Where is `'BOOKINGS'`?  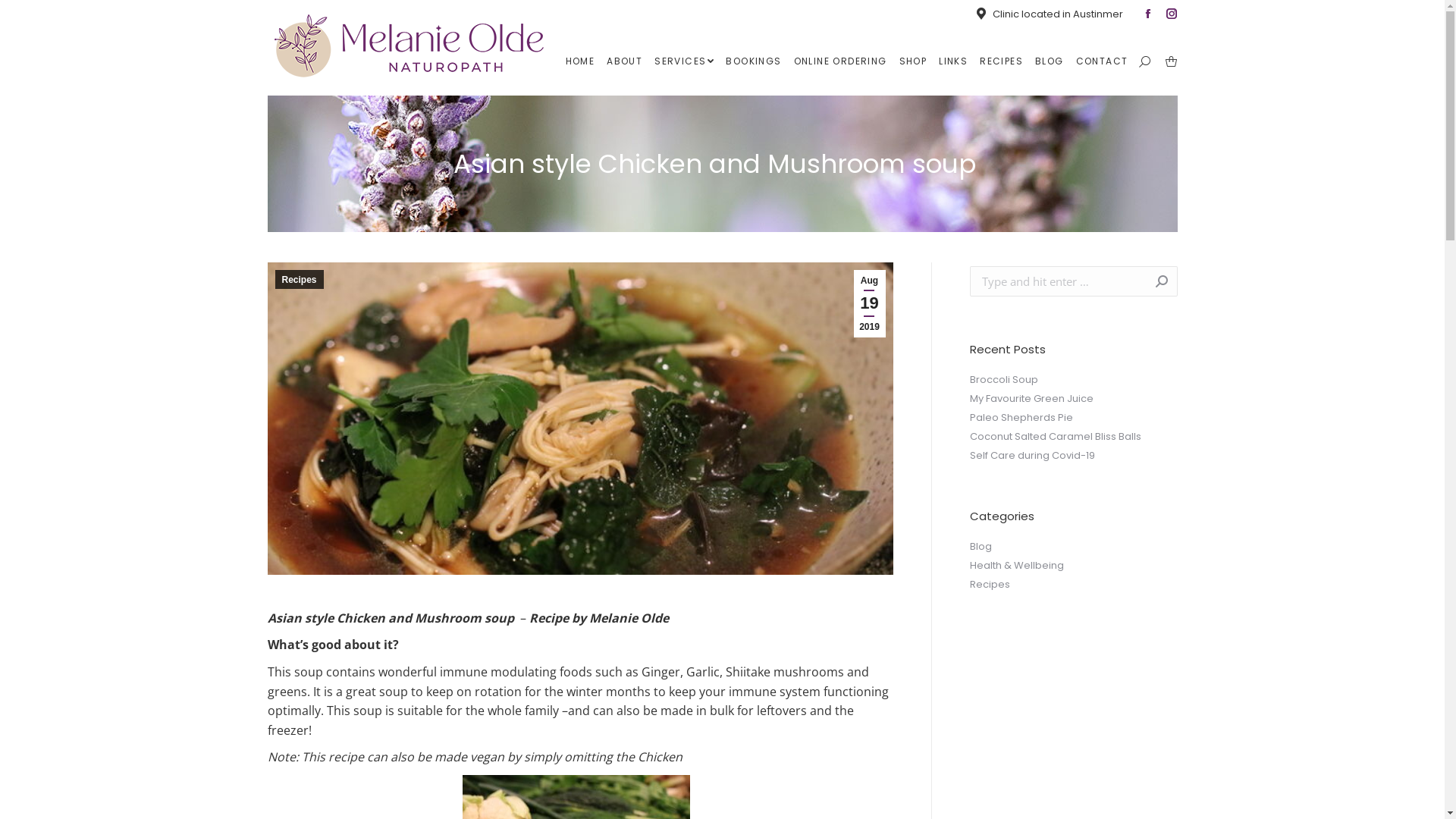 'BOOKINGS' is located at coordinates (753, 61).